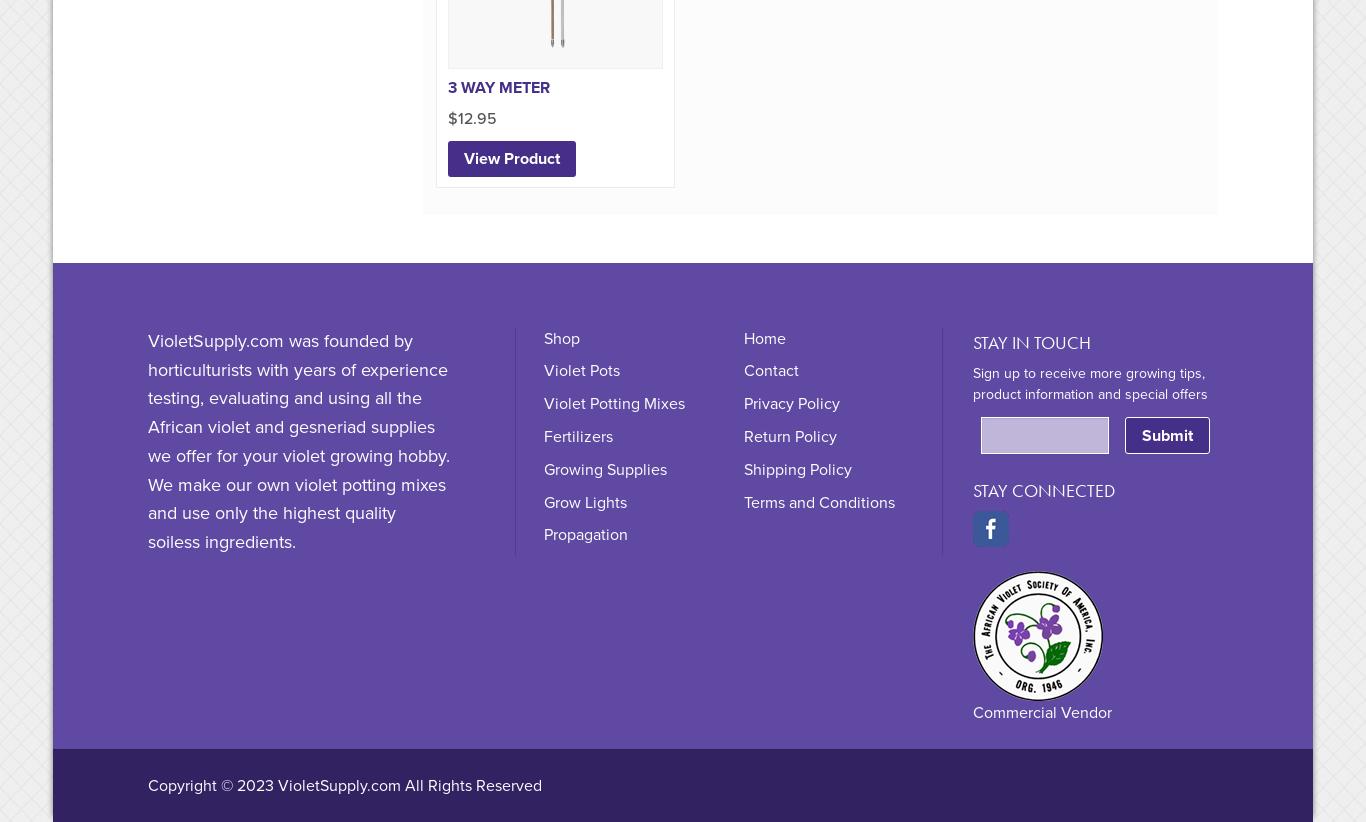 This screenshot has height=822, width=1366. Describe the element at coordinates (344, 785) in the screenshot. I see `'Copyright © 2023 VioletSupply.com All Rights Reserved'` at that location.